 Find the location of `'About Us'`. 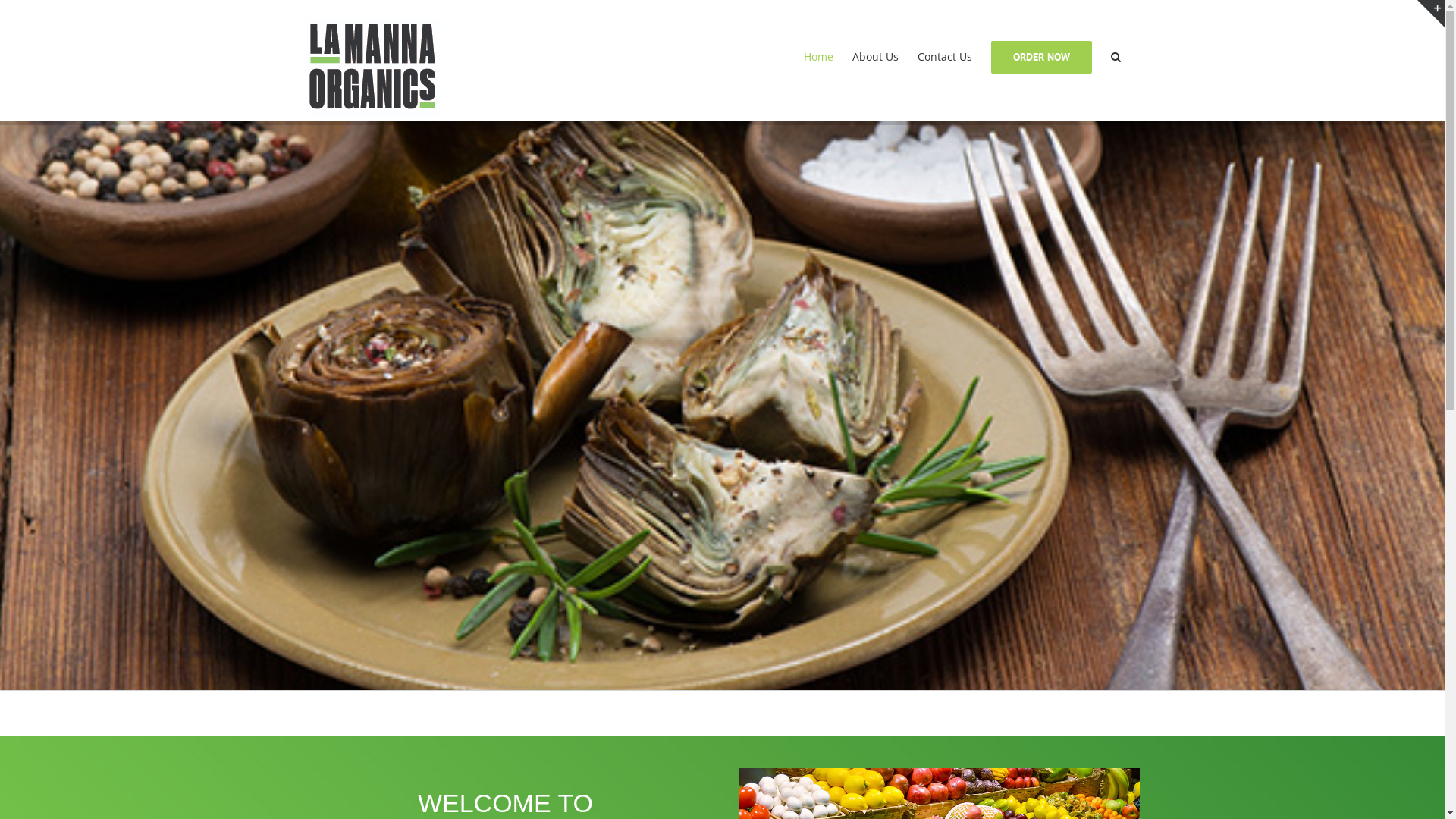

'About Us' is located at coordinates (875, 55).